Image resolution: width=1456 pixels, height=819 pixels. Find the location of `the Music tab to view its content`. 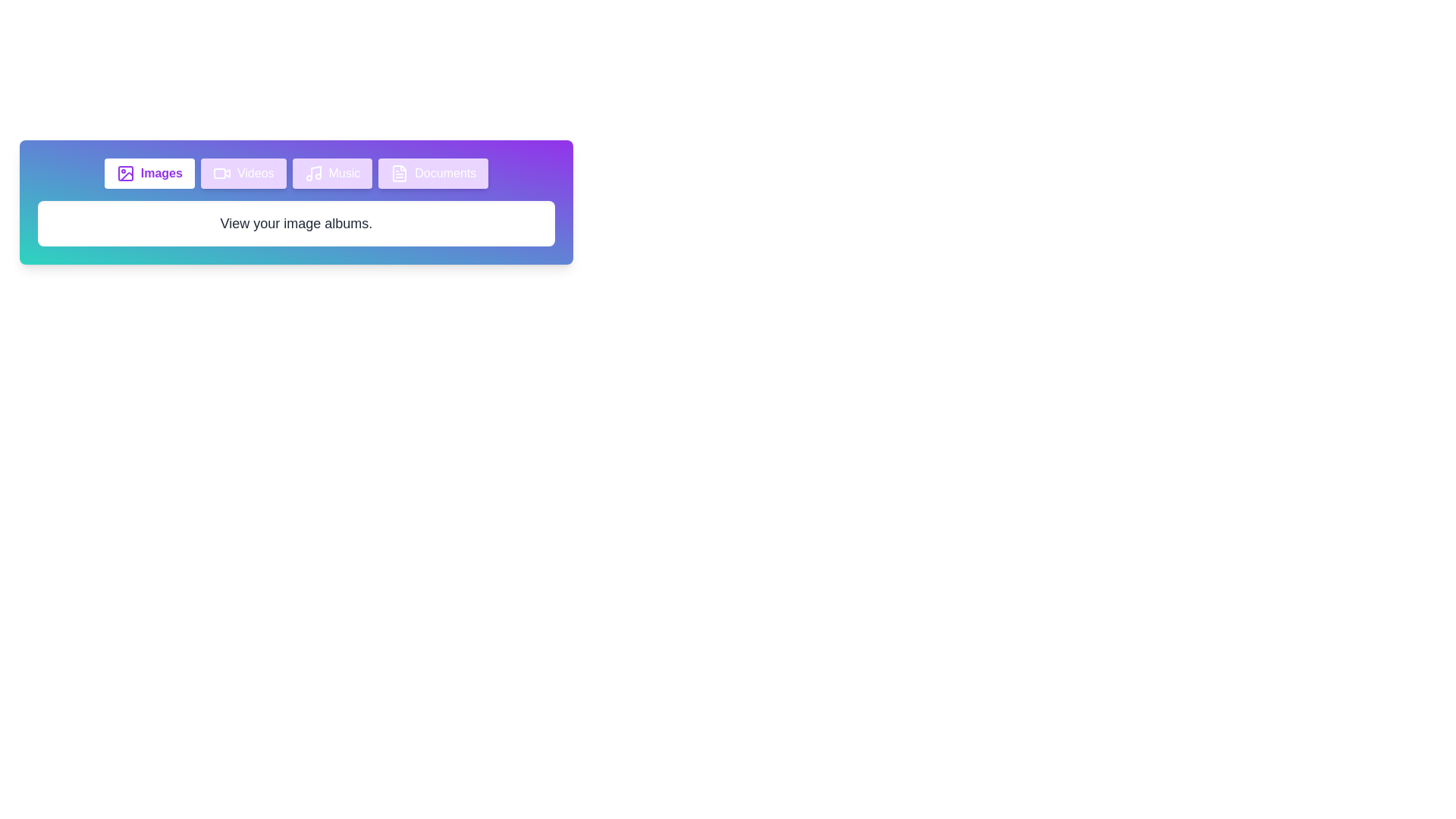

the Music tab to view its content is located at coordinates (331, 172).